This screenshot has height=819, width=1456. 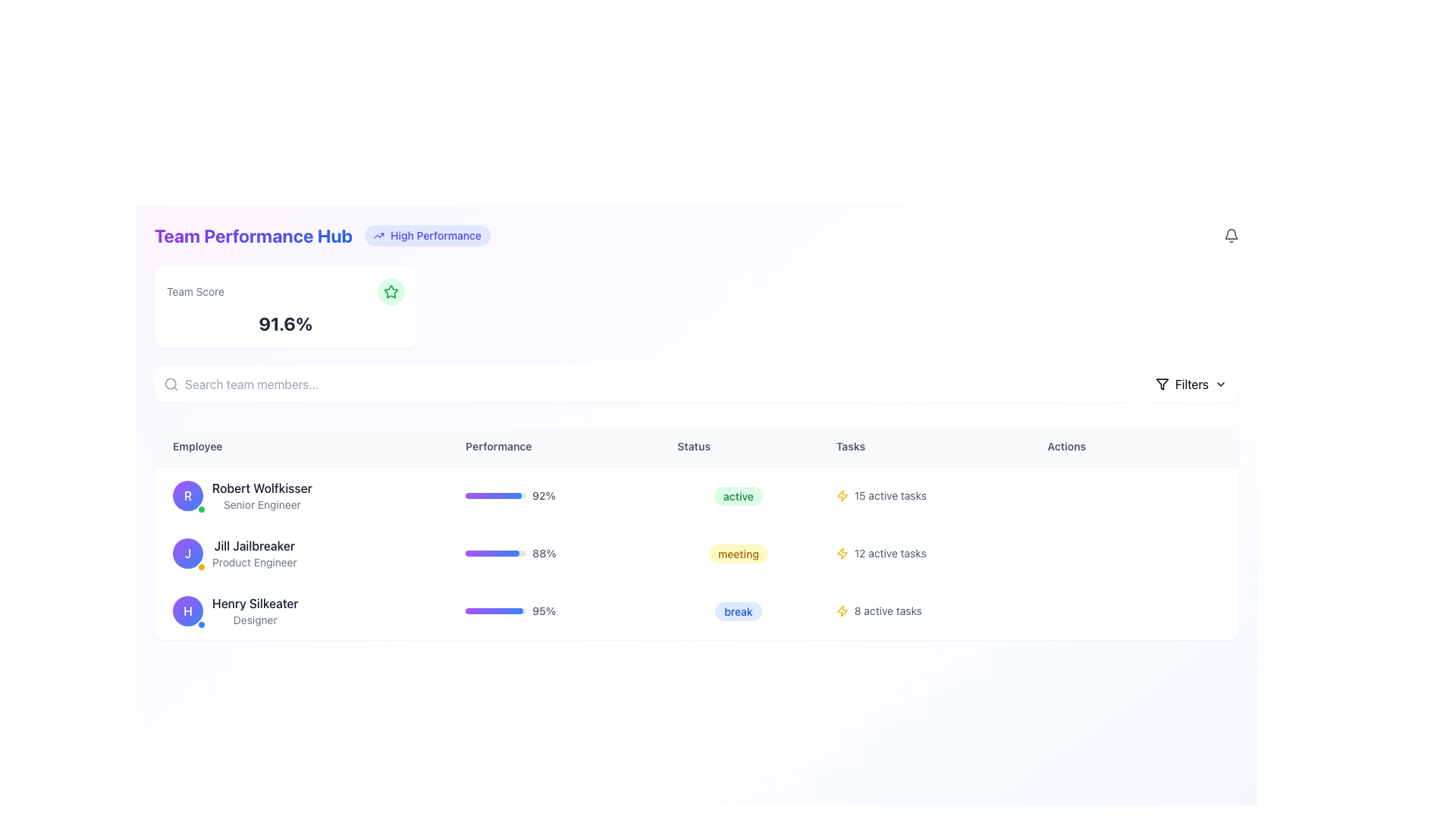 I want to click on properties of the small yellow circular Badge indicator located at the bottom-right edge of the purple-to-blue gradient profile icon representing 'Jill Jailbreaker', so click(x=200, y=567).